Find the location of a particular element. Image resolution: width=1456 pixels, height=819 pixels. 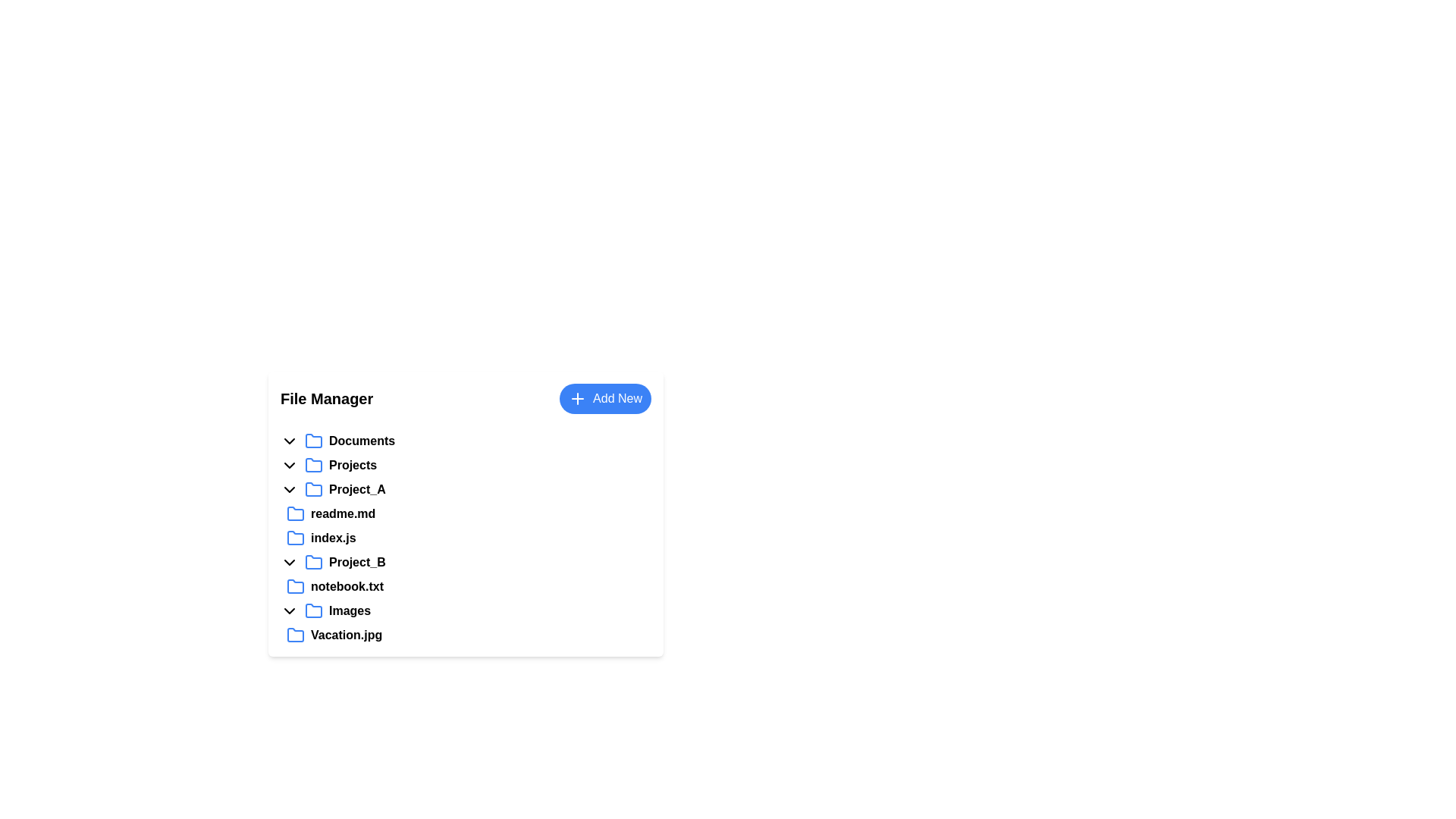

the 'Project_B' collapsible folder item in the file manager interface is located at coordinates (465, 562).